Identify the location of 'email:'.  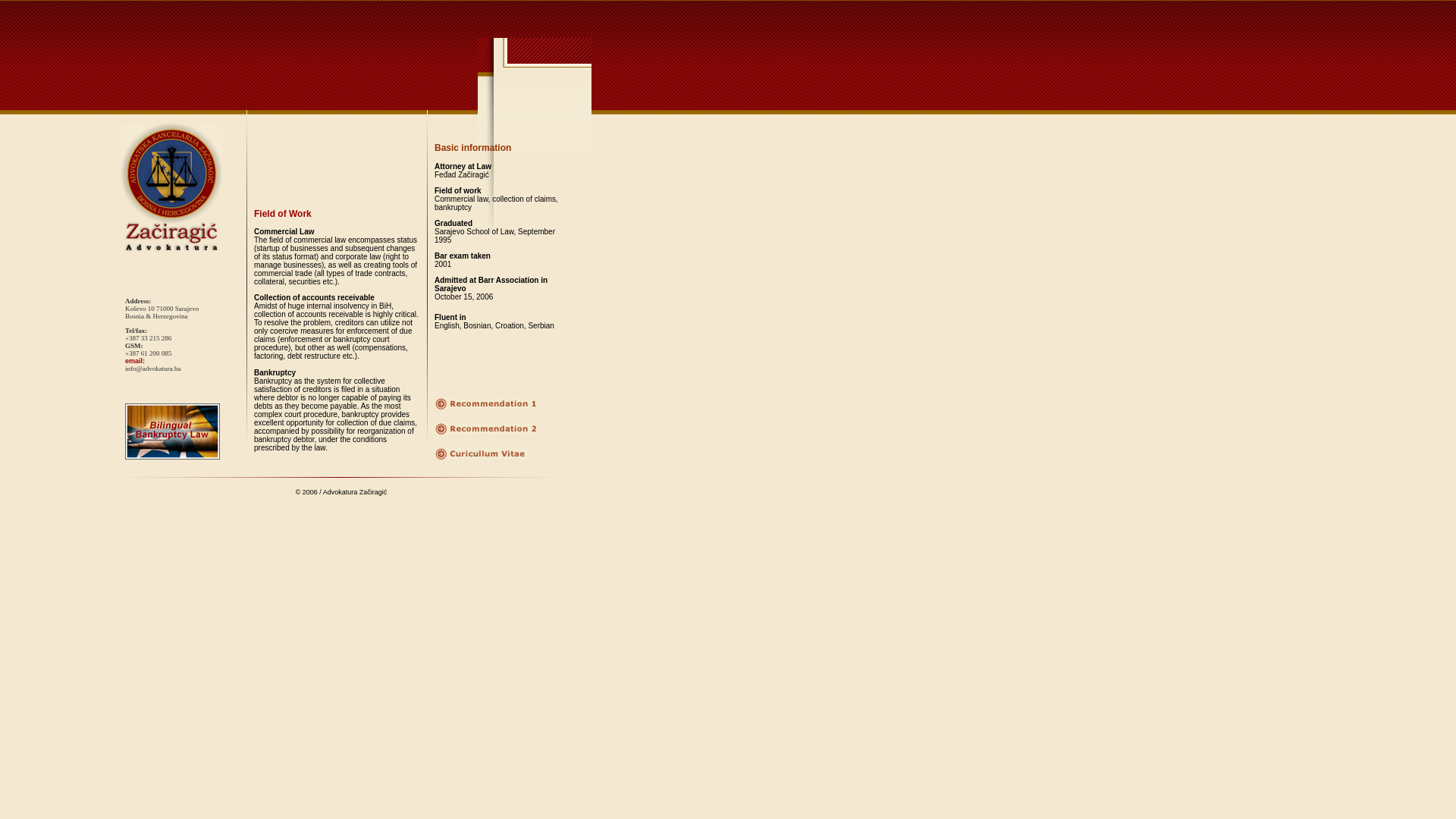
(134, 359).